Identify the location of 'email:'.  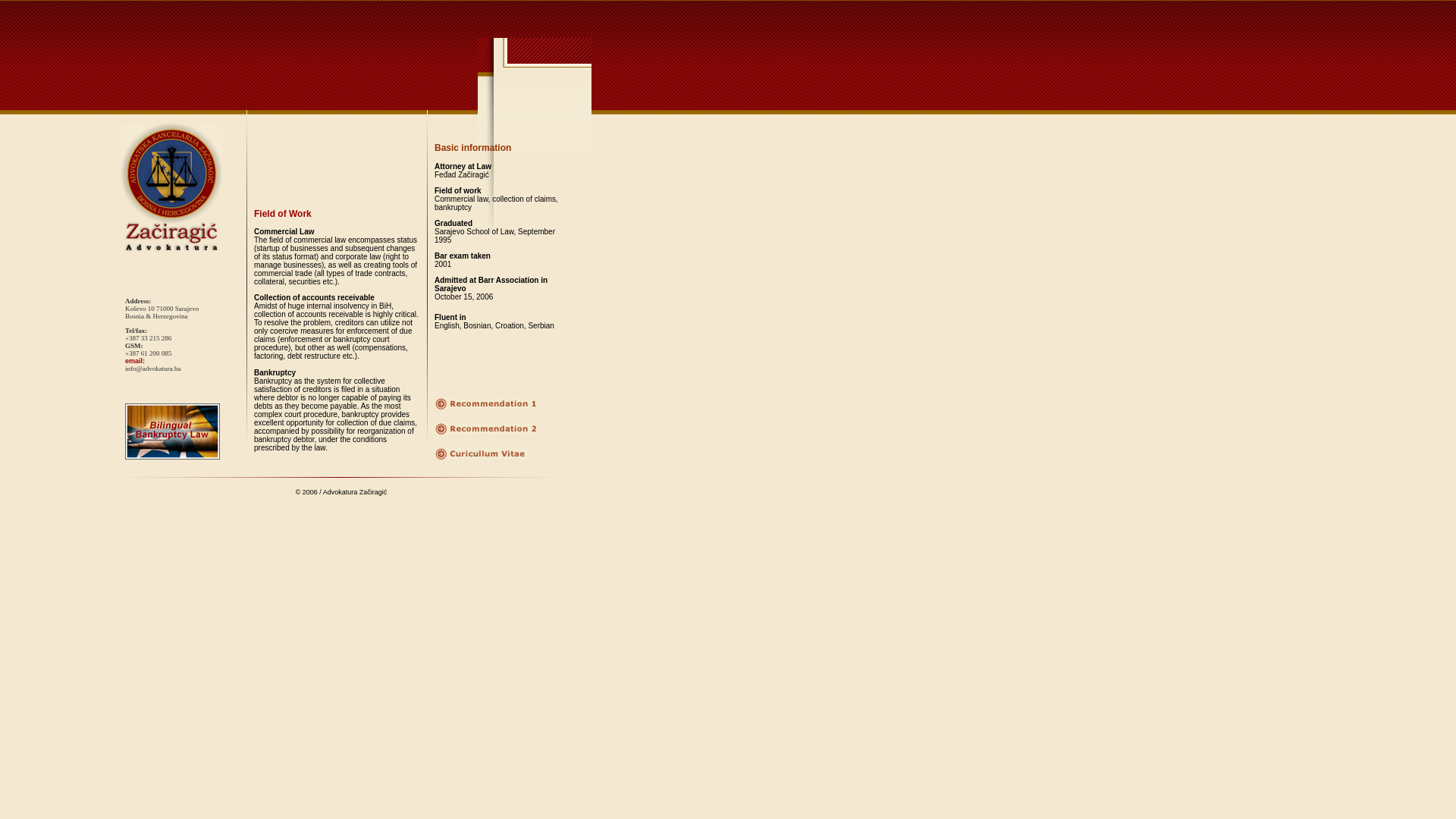
(134, 359).